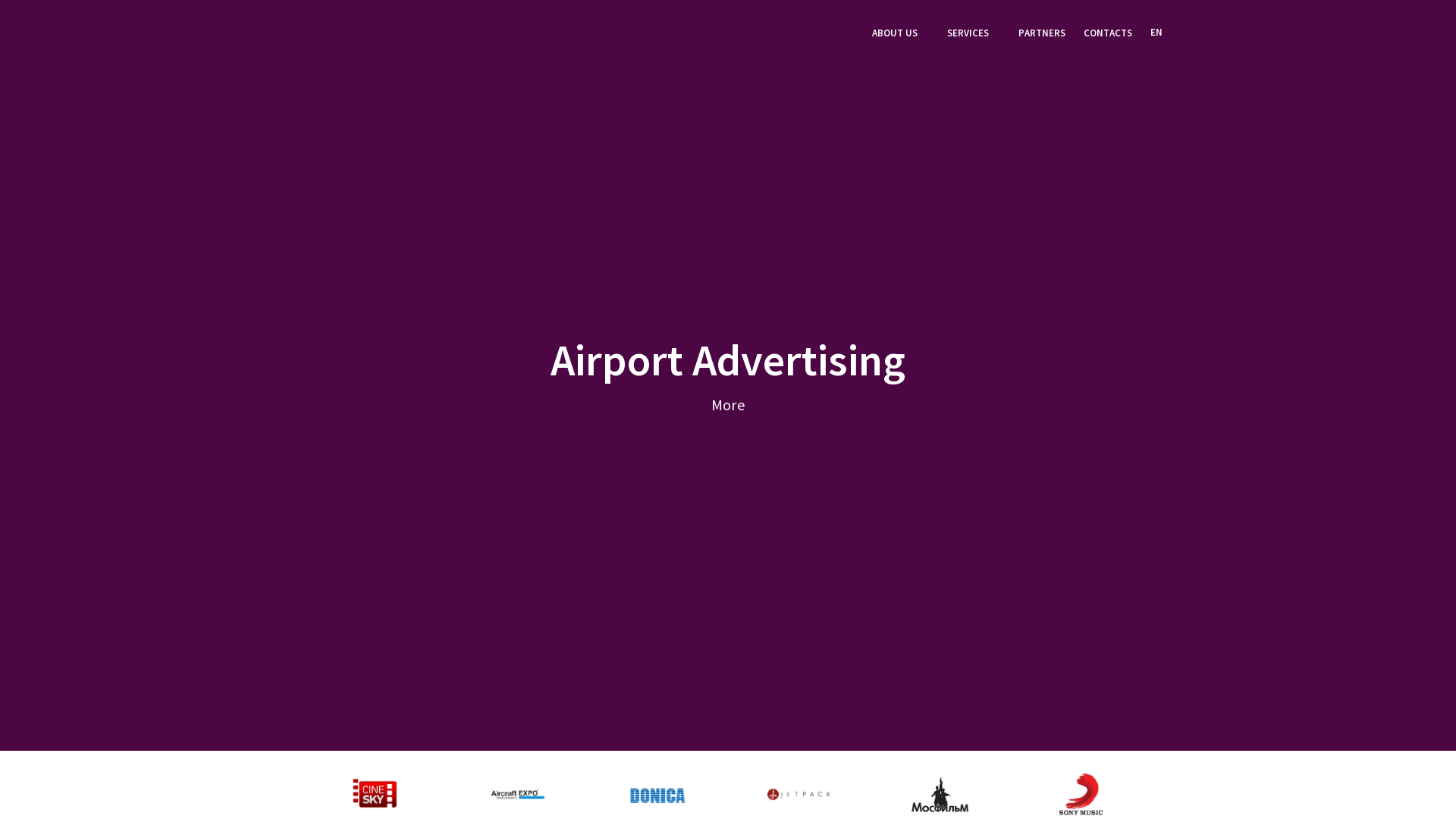  What do you see at coordinates (1040, 34) in the screenshot?
I see `'PARTNERS'` at bounding box center [1040, 34].